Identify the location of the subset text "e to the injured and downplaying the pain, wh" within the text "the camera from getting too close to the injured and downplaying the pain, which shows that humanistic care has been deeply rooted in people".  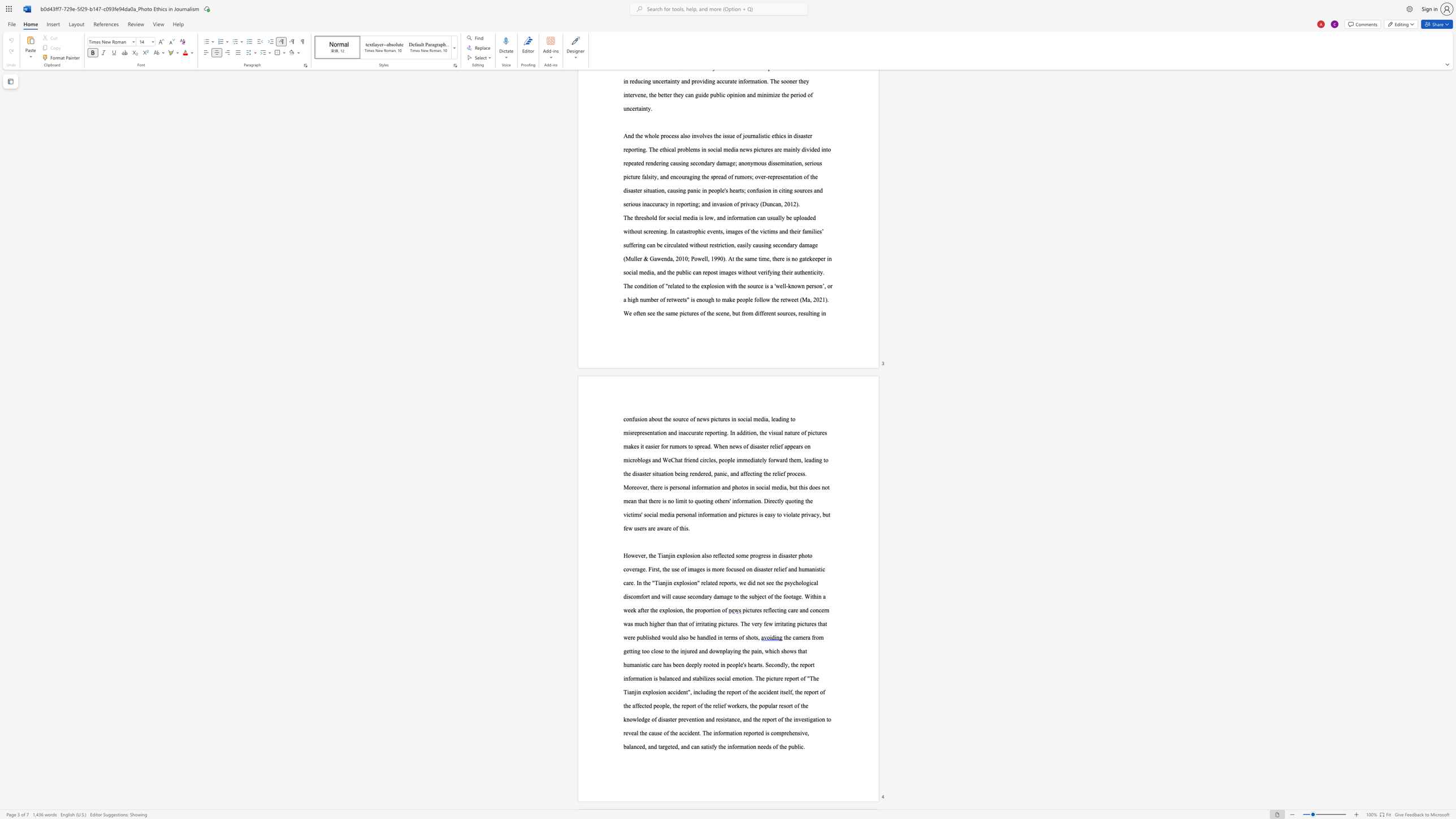
(660, 650).